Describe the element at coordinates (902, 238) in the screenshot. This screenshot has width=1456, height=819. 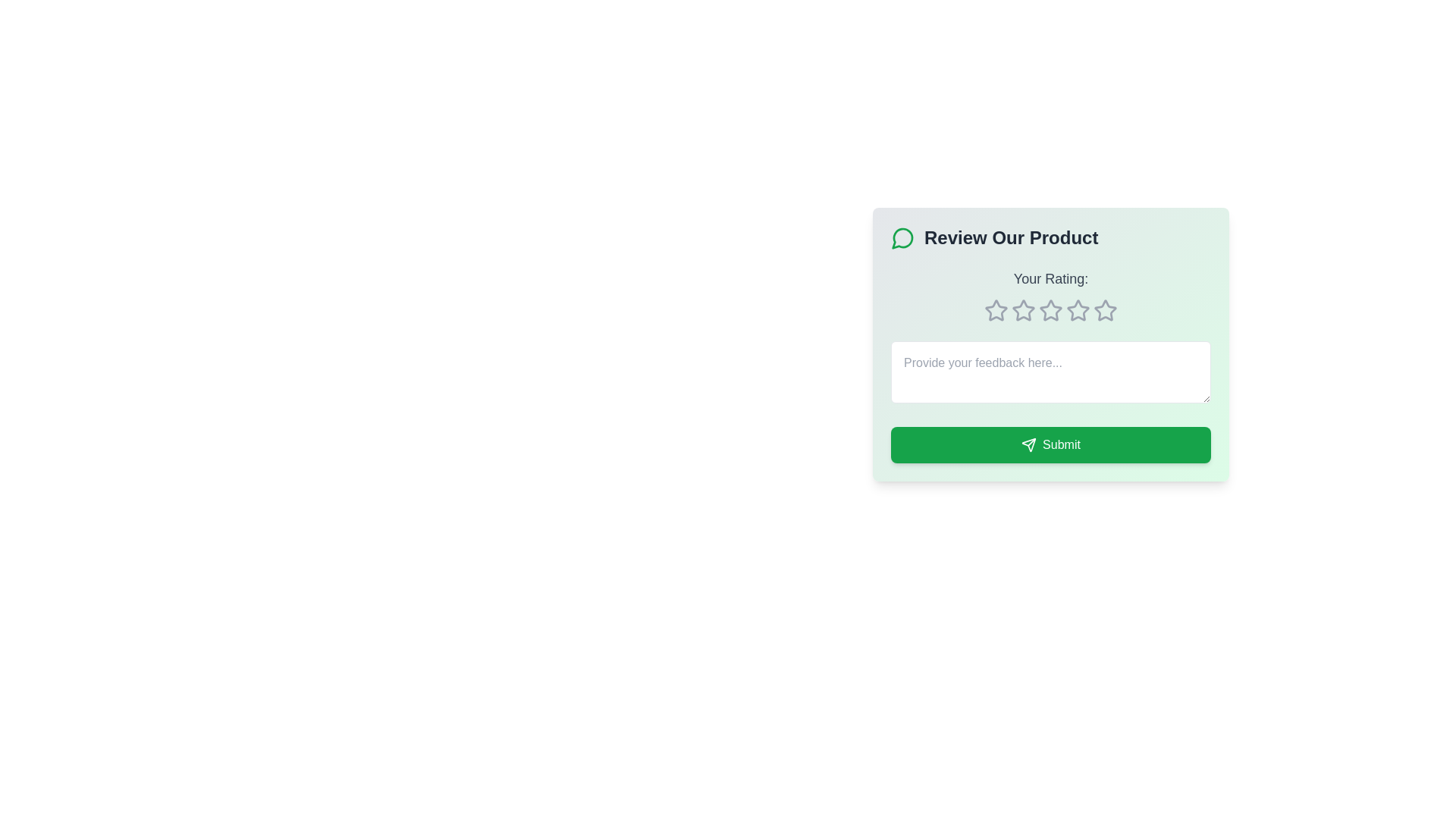
I see `the messaging icon located in the header section of the 'Review Our Product' card, positioned above the 'Your Rating' section` at that location.